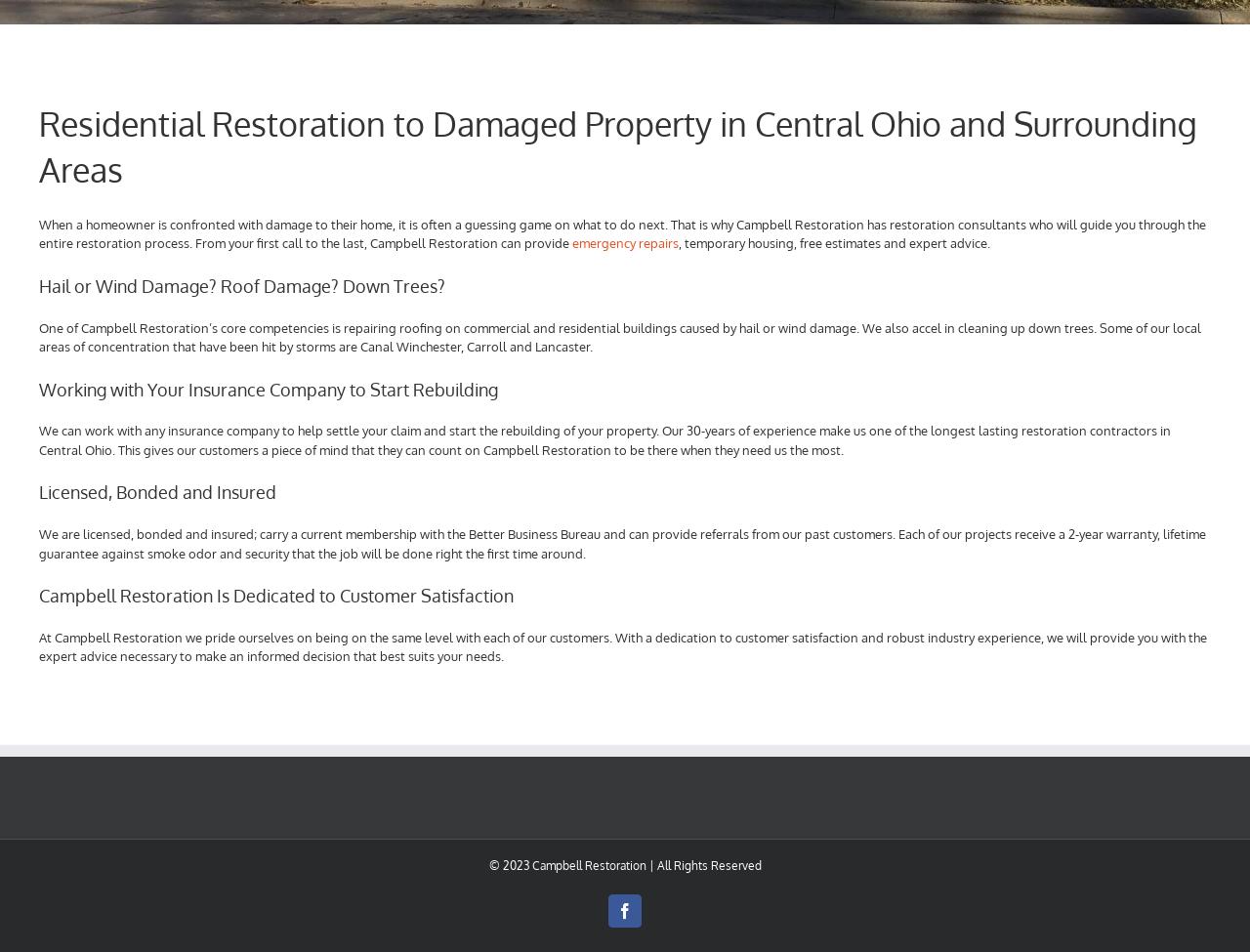 This screenshot has height=952, width=1250. What do you see at coordinates (241, 285) in the screenshot?
I see `'Hail or Wind Damage? Roof Damage? Down Trees?'` at bounding box center [241, 285].